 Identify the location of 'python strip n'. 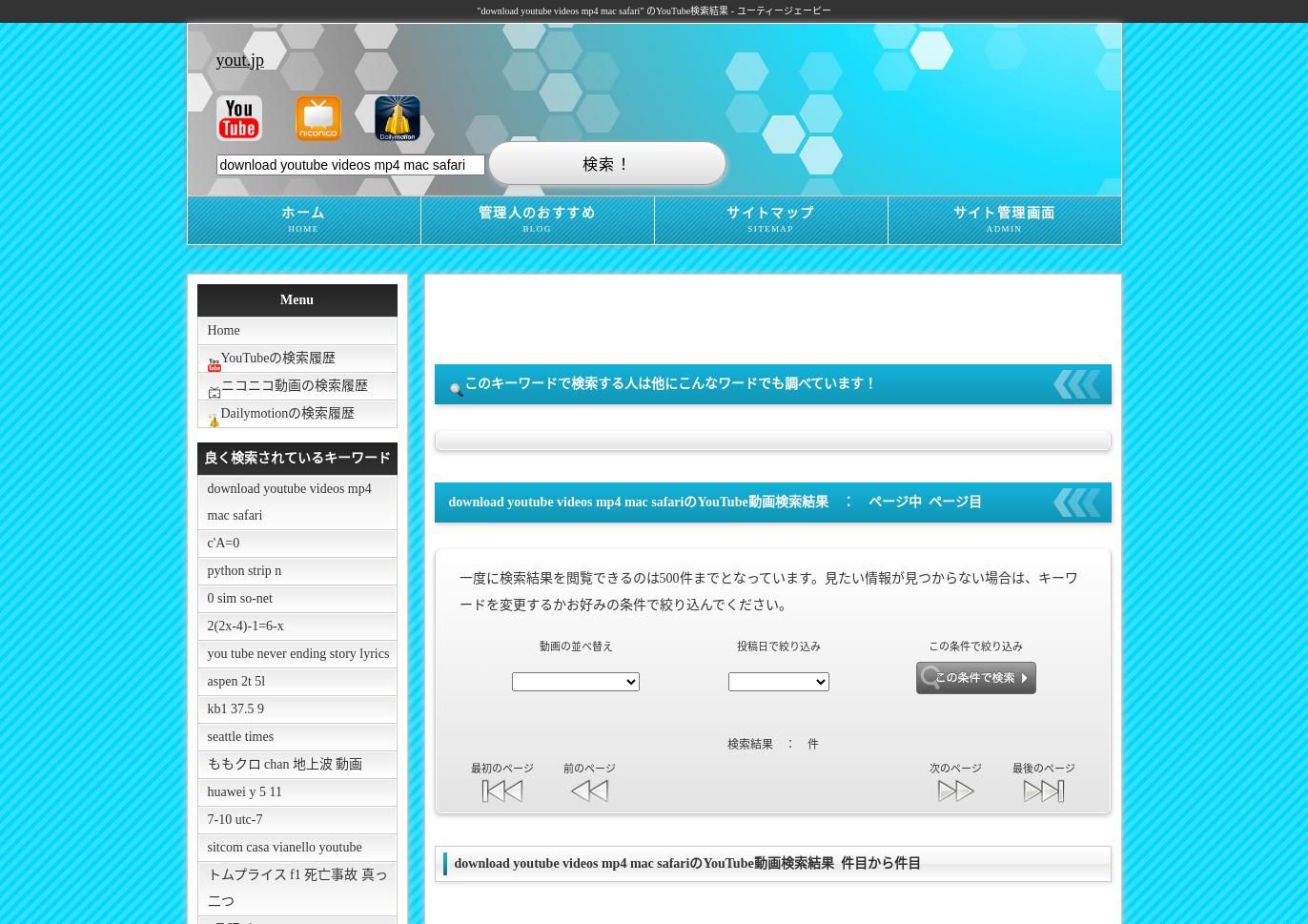
(244, 569).